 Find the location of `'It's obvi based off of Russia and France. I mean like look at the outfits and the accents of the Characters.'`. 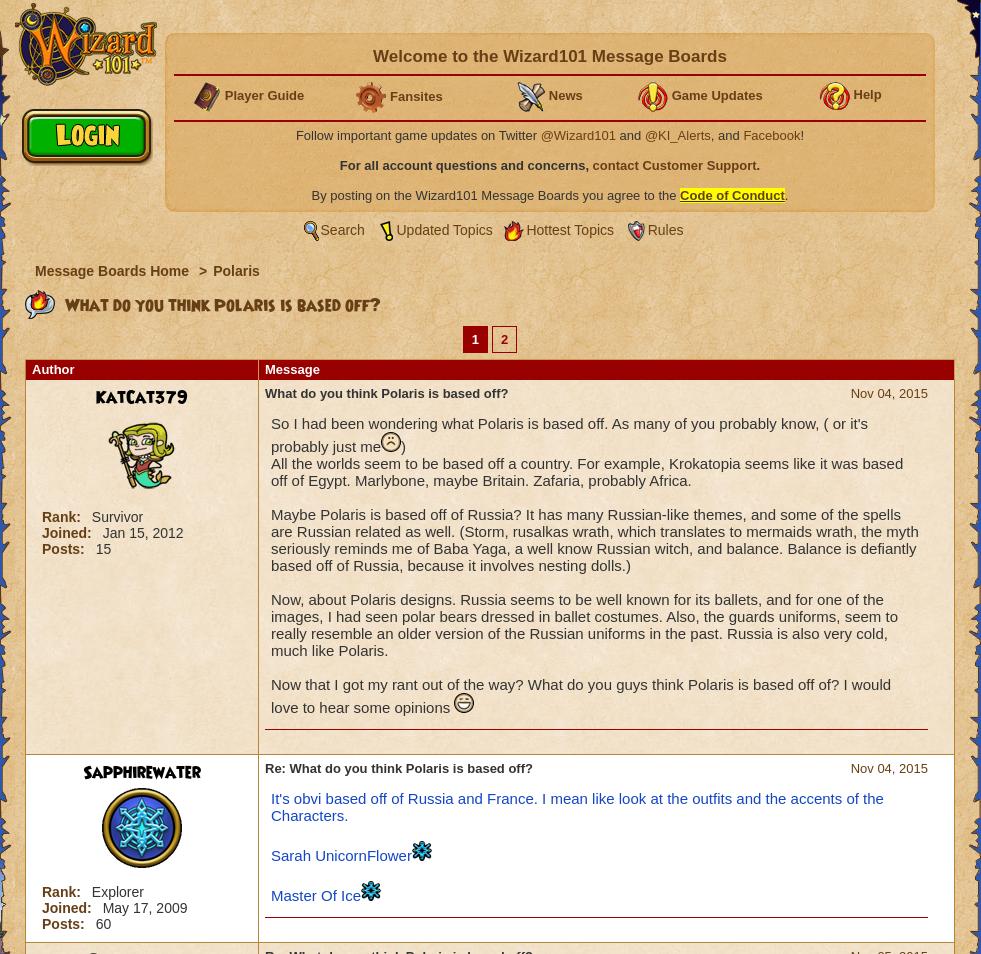

'It's obvi based off of Russia and France. I mean like look at the outfits and the accents of the Characters.' is located at coordinates (577, 806).